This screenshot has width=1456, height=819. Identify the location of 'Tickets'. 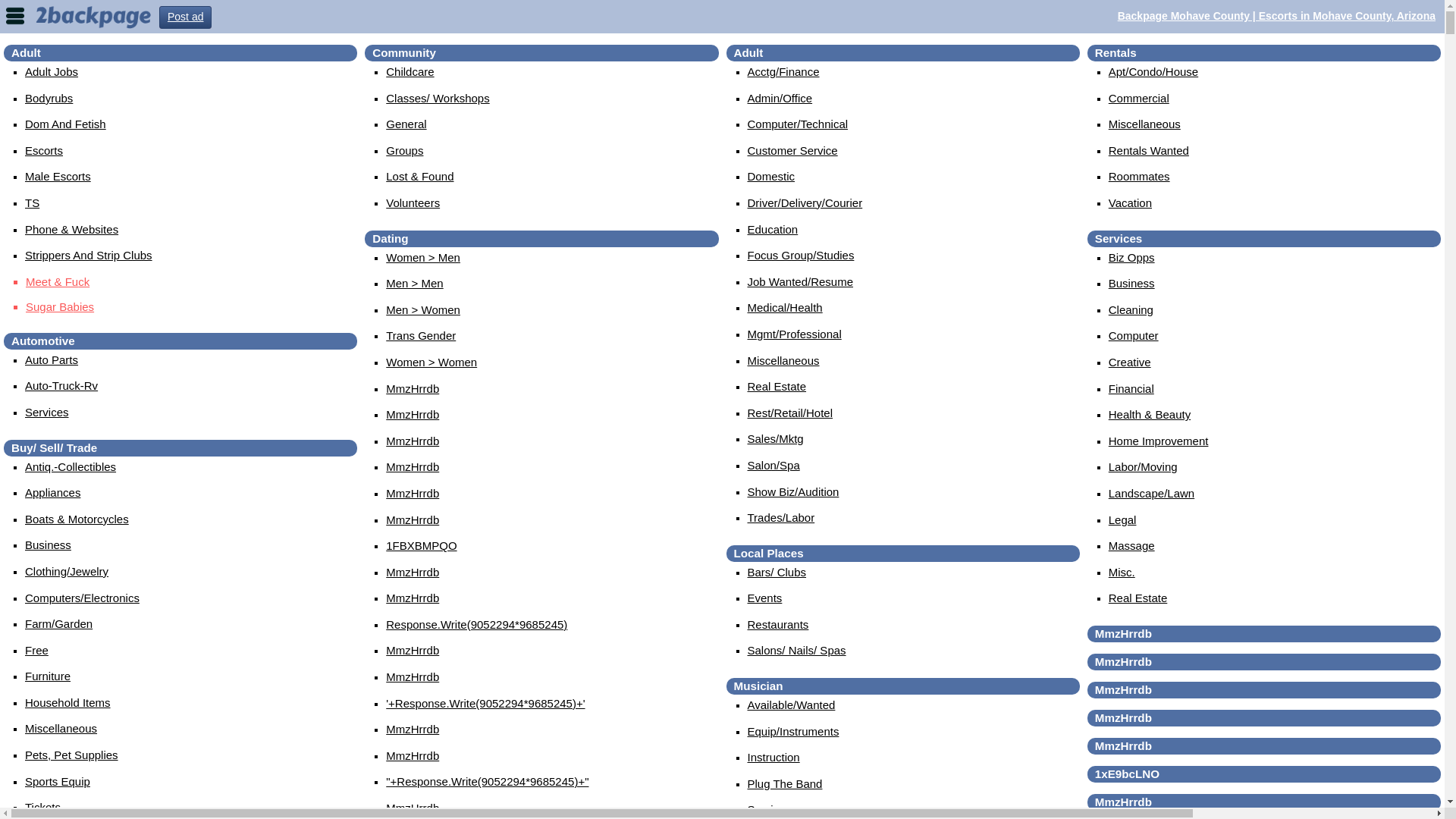
(42, 806).